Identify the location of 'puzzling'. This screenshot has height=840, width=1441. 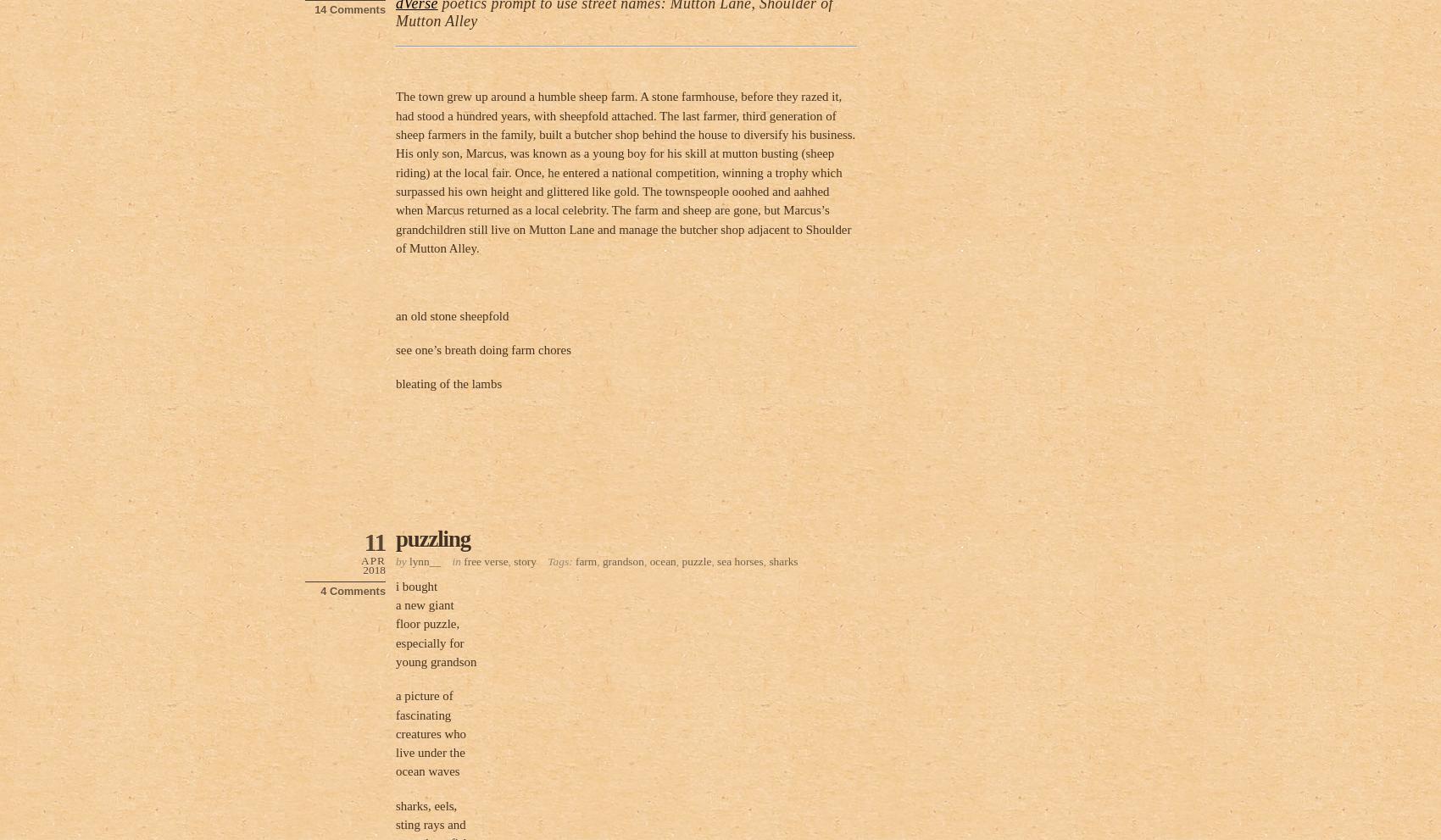
(433, 537).